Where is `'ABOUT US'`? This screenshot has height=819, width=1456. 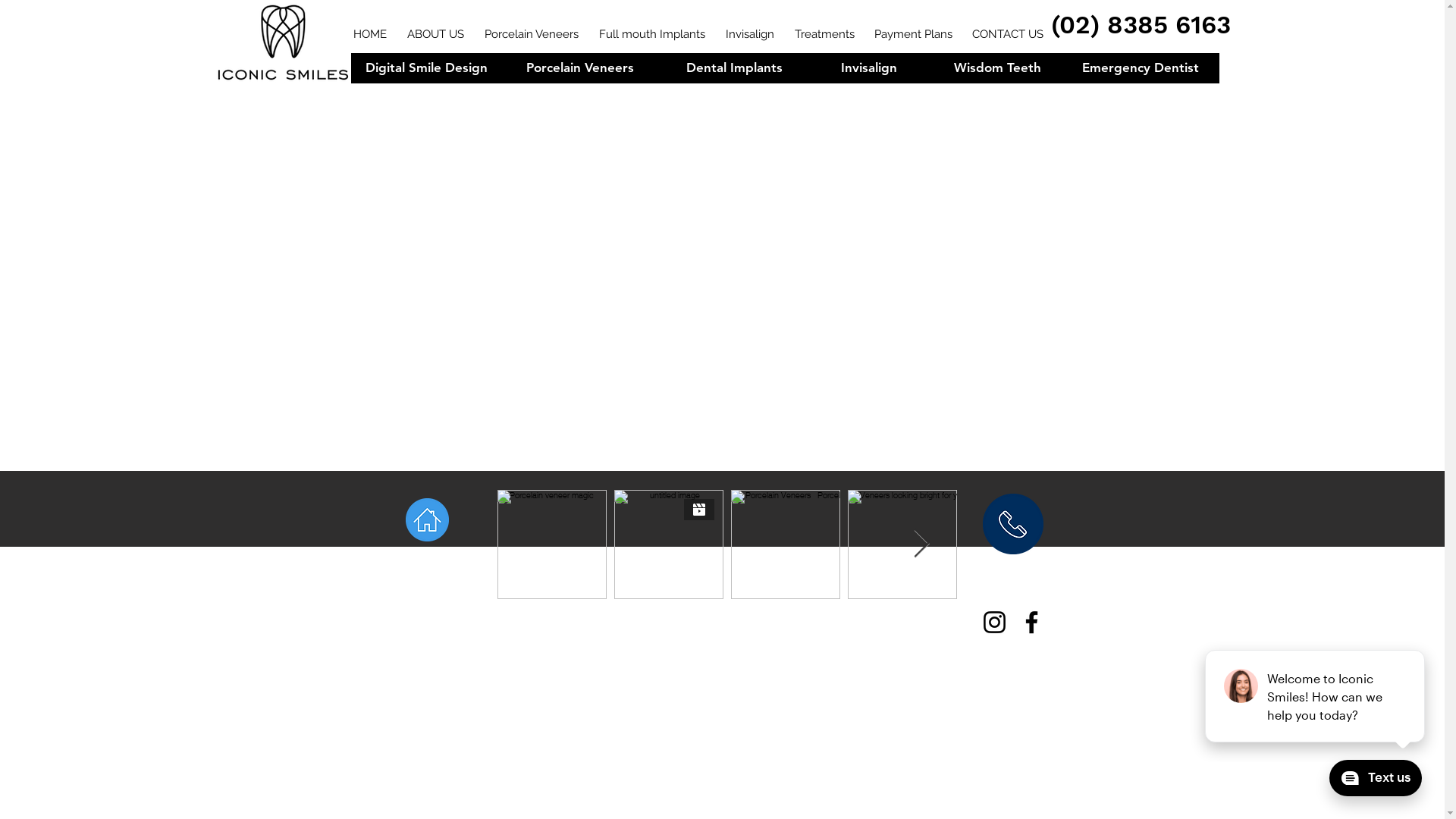 'ABOUT US' is located at coordinates (436, 67).